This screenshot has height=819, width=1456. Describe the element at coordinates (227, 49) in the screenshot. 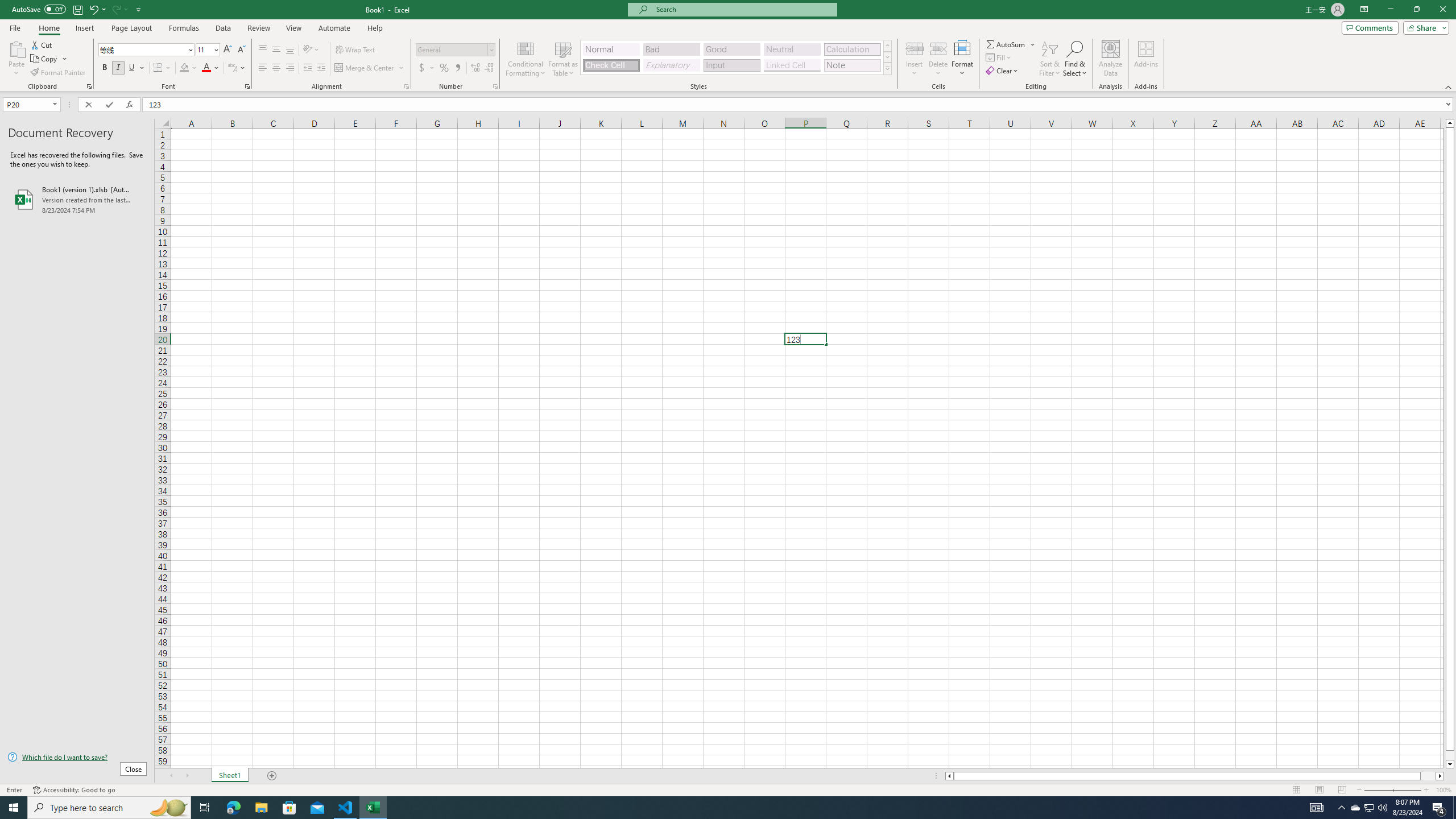

I see `'Increase Font Size'` at that location.